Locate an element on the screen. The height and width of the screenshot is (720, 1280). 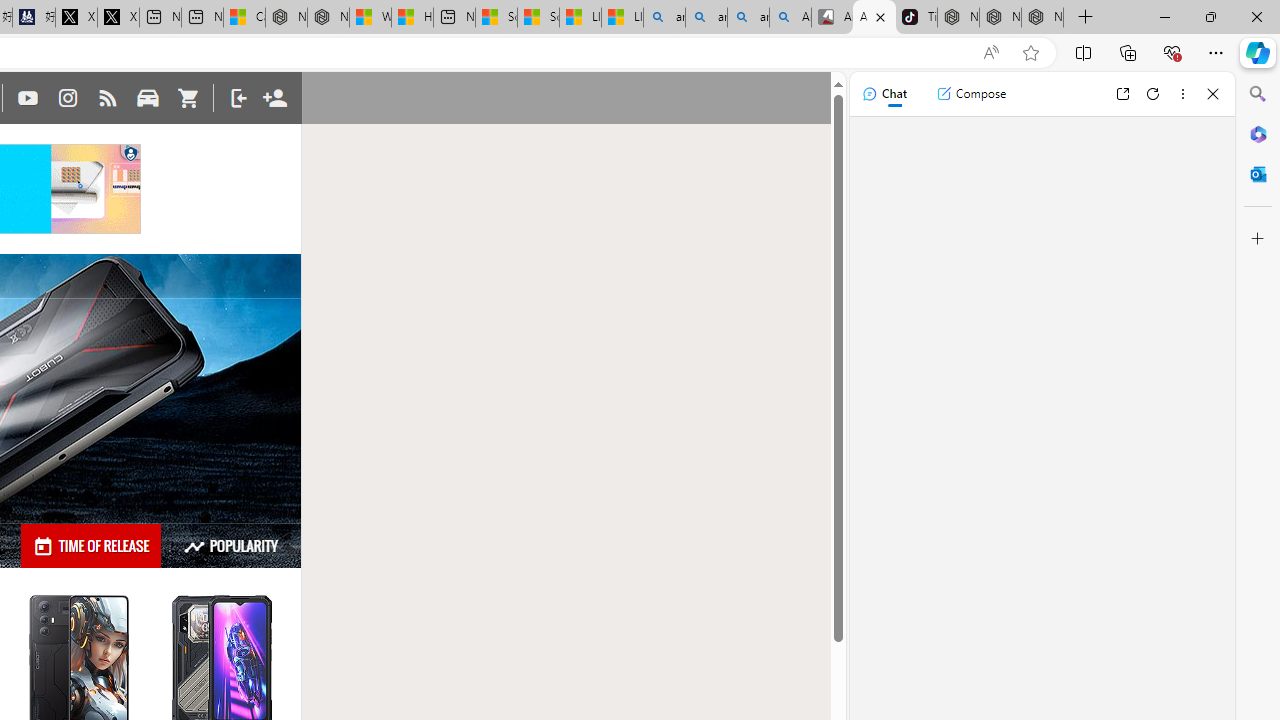
'Compose' is located at coordinates (971, 93).